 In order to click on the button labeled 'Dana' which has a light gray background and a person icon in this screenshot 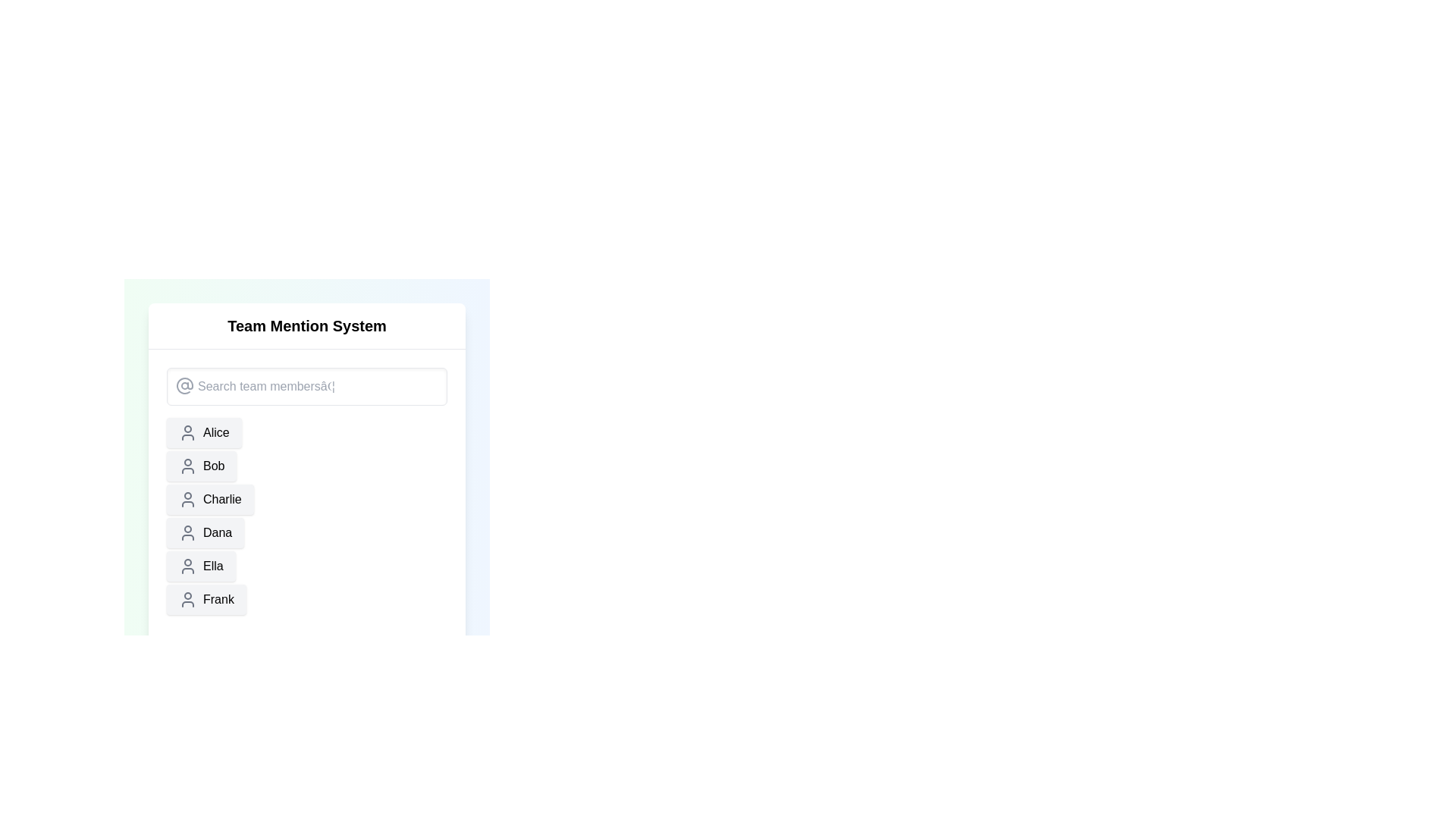, I will do `click(205, 532)`.